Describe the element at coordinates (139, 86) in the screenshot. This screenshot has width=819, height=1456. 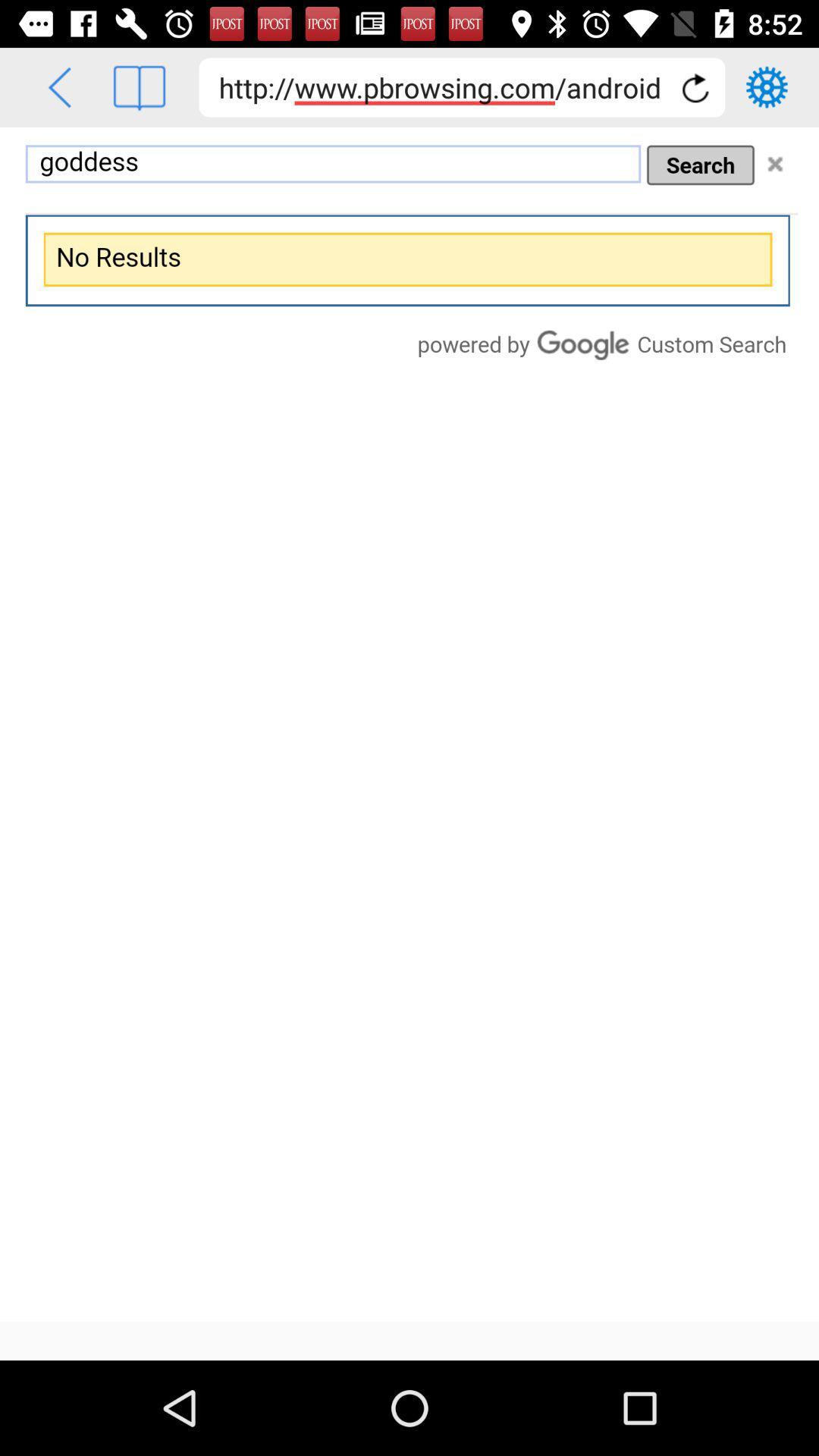
I see `open the specific page` at that location.